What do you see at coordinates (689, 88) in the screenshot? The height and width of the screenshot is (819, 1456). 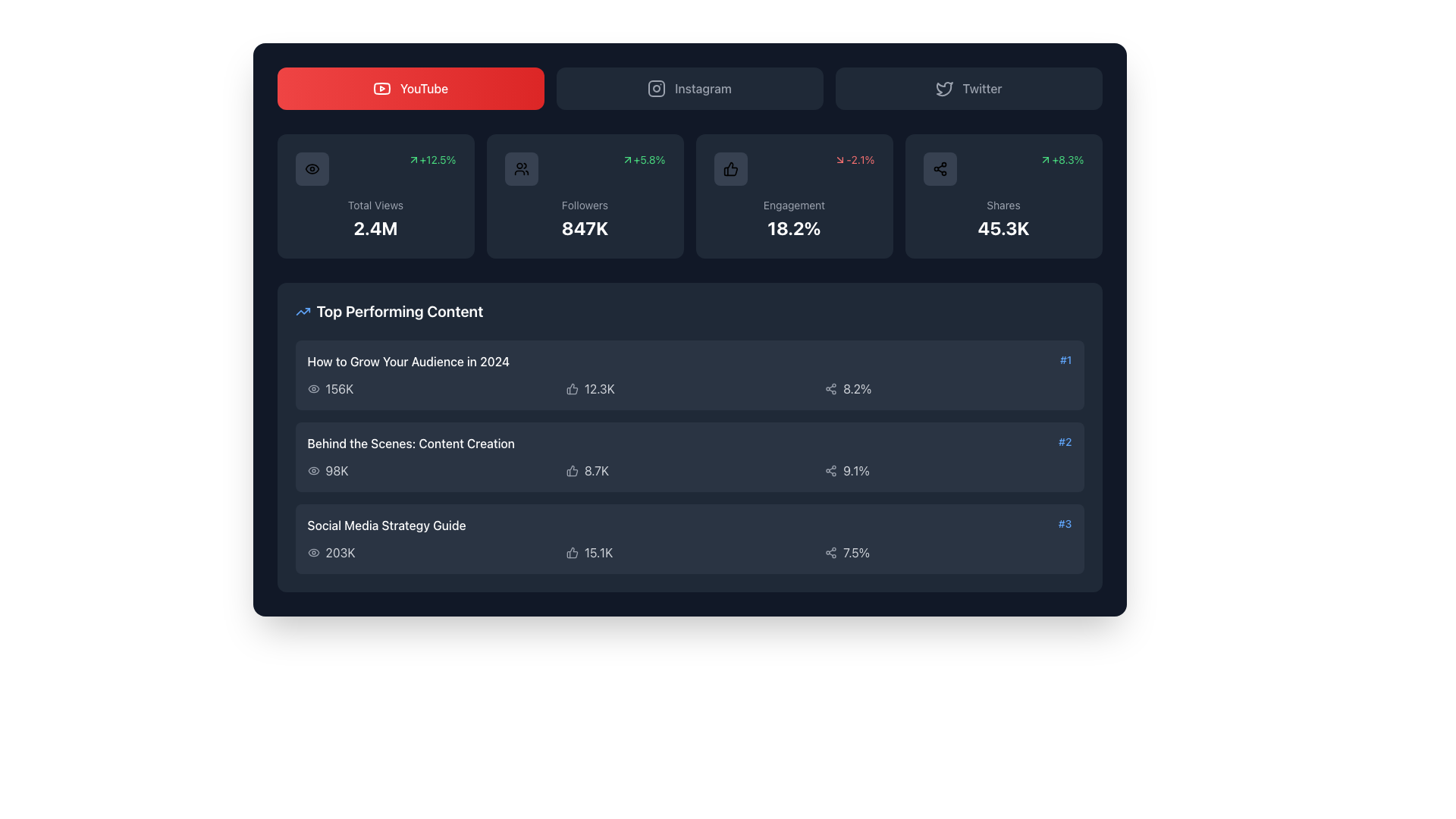 I see `the Instagram button, which features an outlined camera icon and the text 'Instagram', to observe the visual transition effect from dark to lighter gray` at bounding box center [689, 88].